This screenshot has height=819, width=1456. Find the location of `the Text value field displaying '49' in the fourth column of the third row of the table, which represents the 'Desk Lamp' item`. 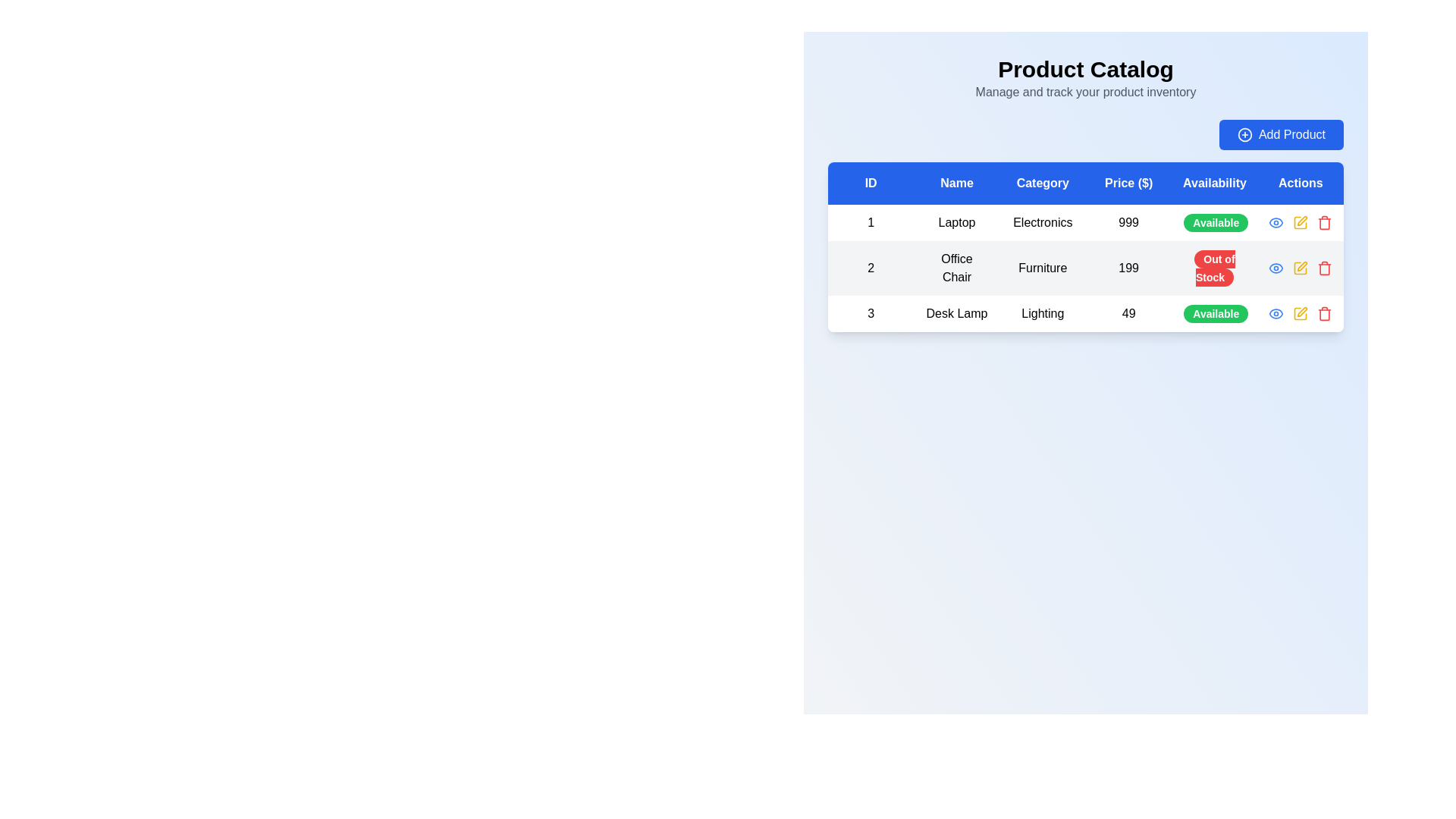

the Text value field displaying '49' in the fourth column of the third row of the table, which represents the 'Desk Lamp' item is located at coordinates (1128, 312).